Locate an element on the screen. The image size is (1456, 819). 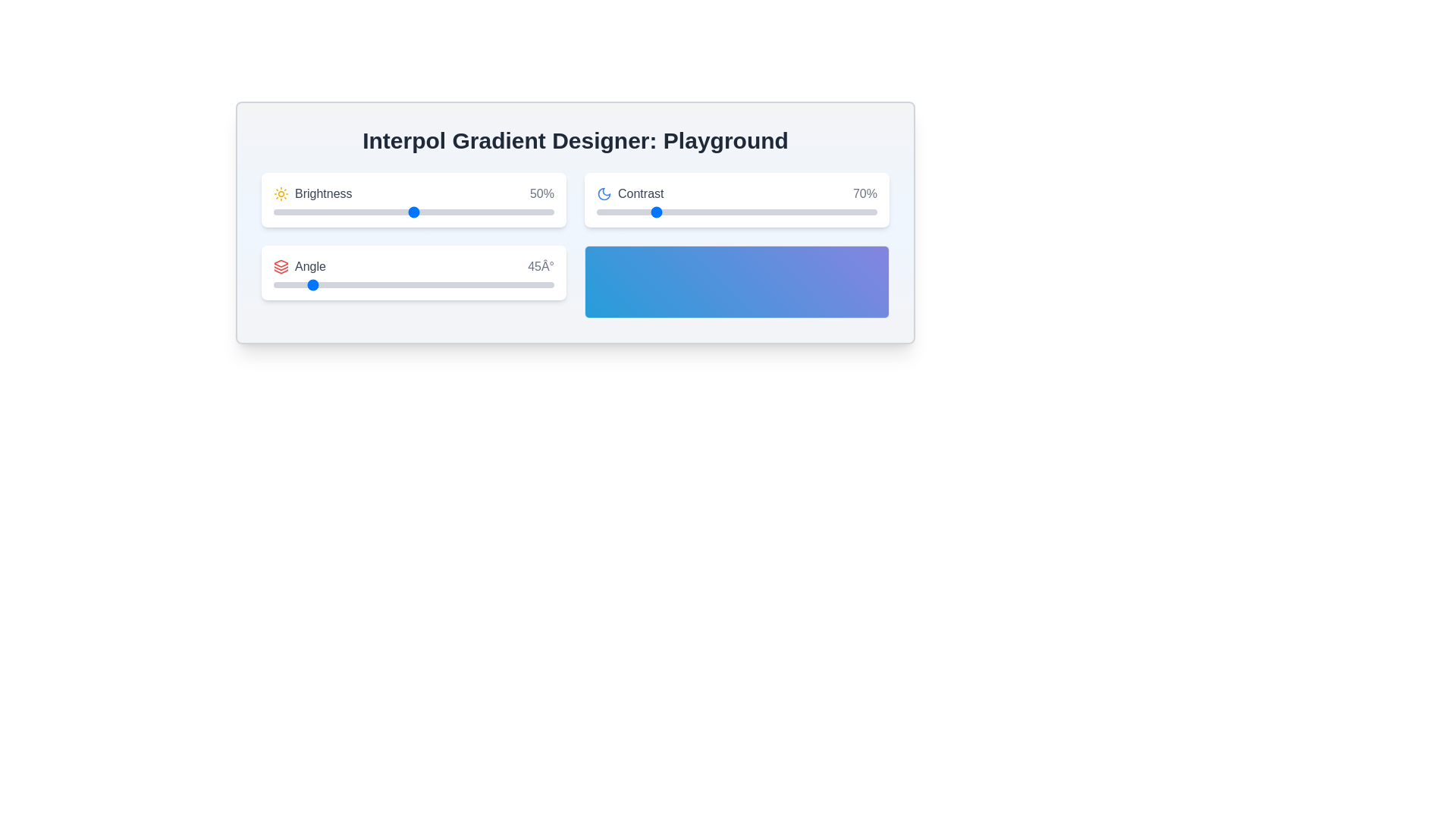
the moon icon representing night mode or contrast setting, which is located to the left of the 'Contrast' label is located at coordinates (603, 193).